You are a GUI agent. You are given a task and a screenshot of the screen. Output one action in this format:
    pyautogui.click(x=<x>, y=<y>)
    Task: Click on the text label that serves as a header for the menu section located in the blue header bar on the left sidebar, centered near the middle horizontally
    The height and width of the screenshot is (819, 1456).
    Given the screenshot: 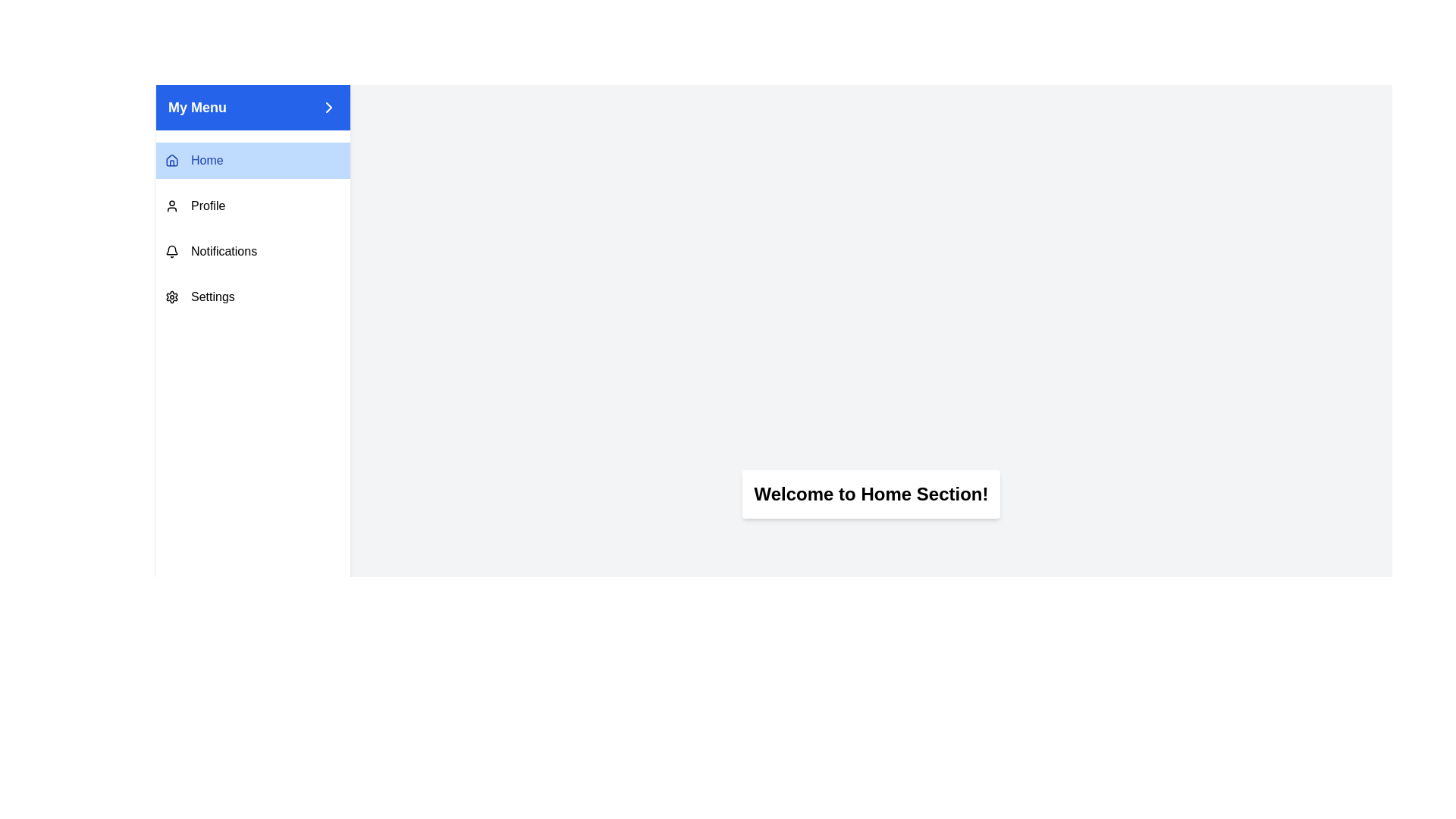 What is the action you would take?
    pyautogui.click(x=196, y=107)
    